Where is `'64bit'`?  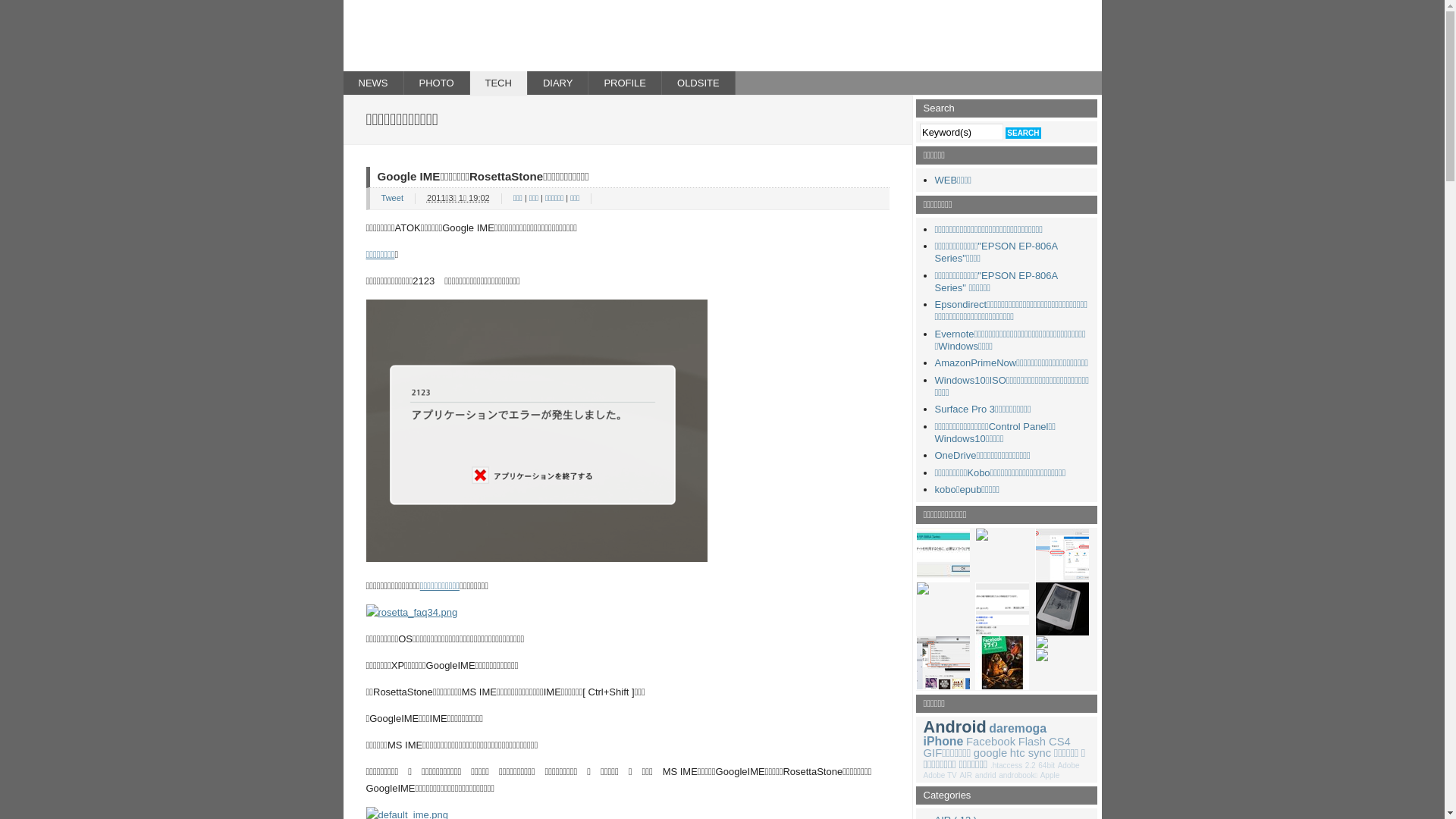
'64bit' is located at coordinates (1046, 765).